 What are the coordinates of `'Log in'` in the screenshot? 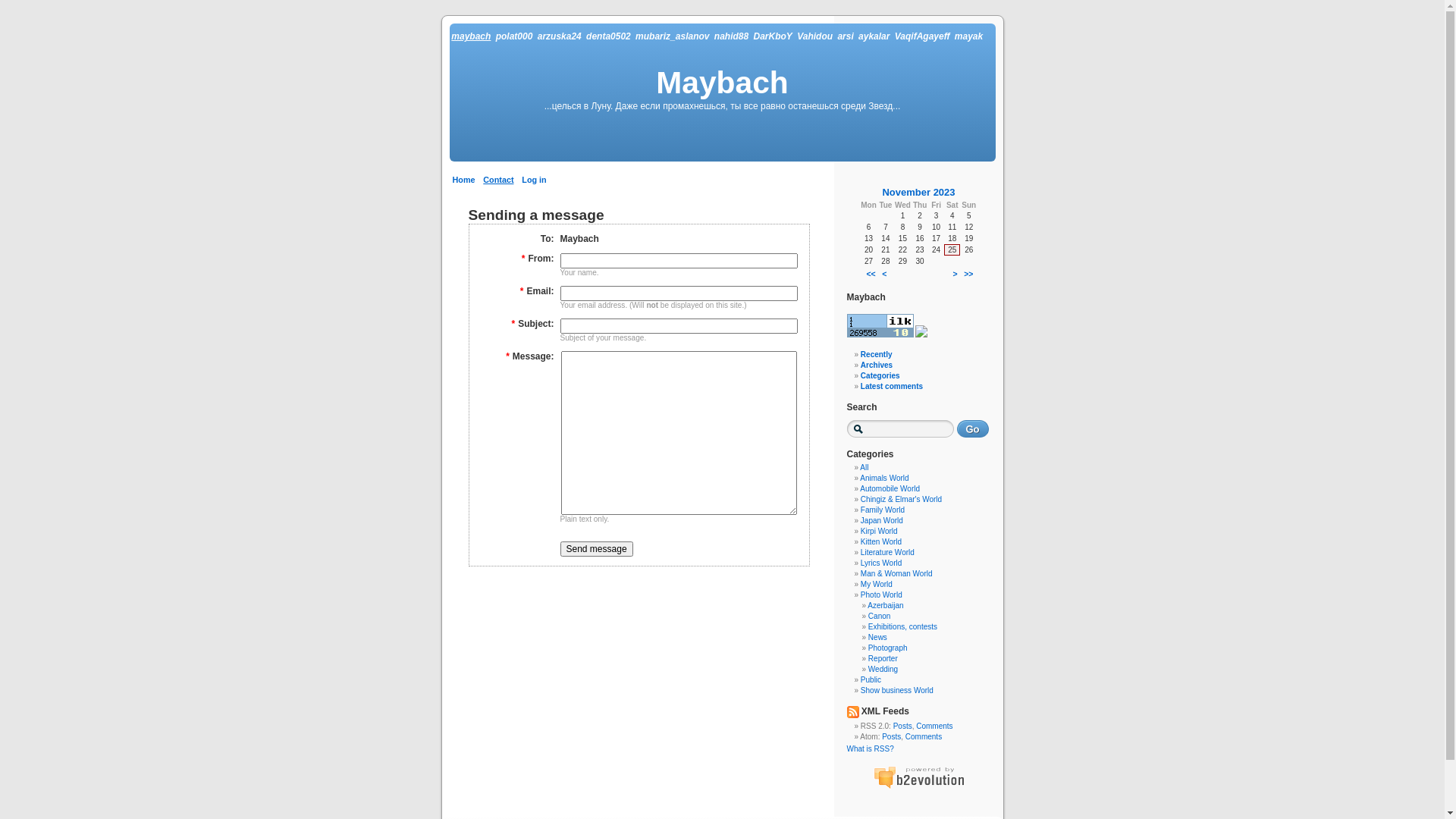 It's located at (534, 178).